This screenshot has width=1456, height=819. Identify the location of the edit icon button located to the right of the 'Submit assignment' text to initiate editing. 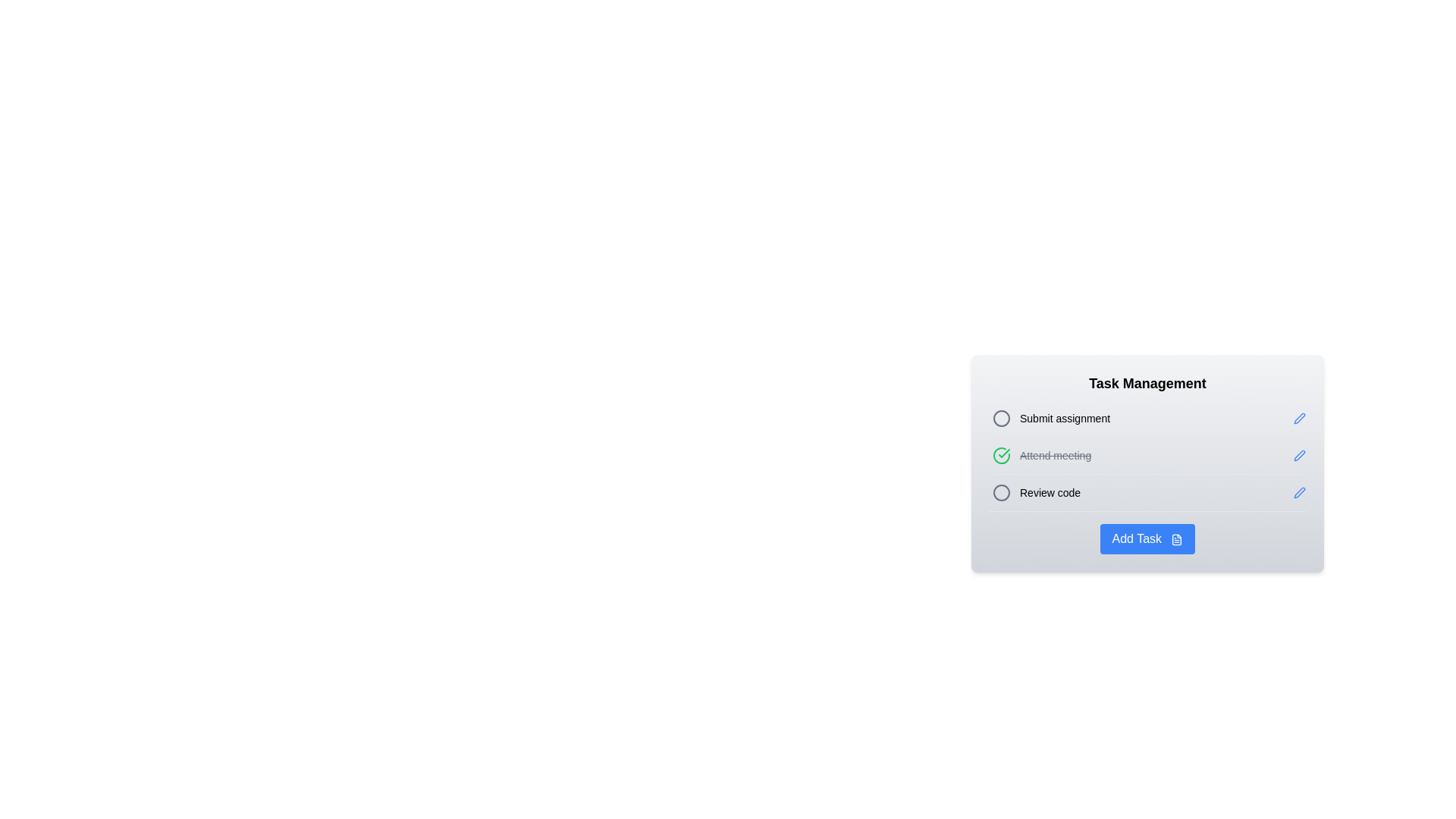
(1298, 418).